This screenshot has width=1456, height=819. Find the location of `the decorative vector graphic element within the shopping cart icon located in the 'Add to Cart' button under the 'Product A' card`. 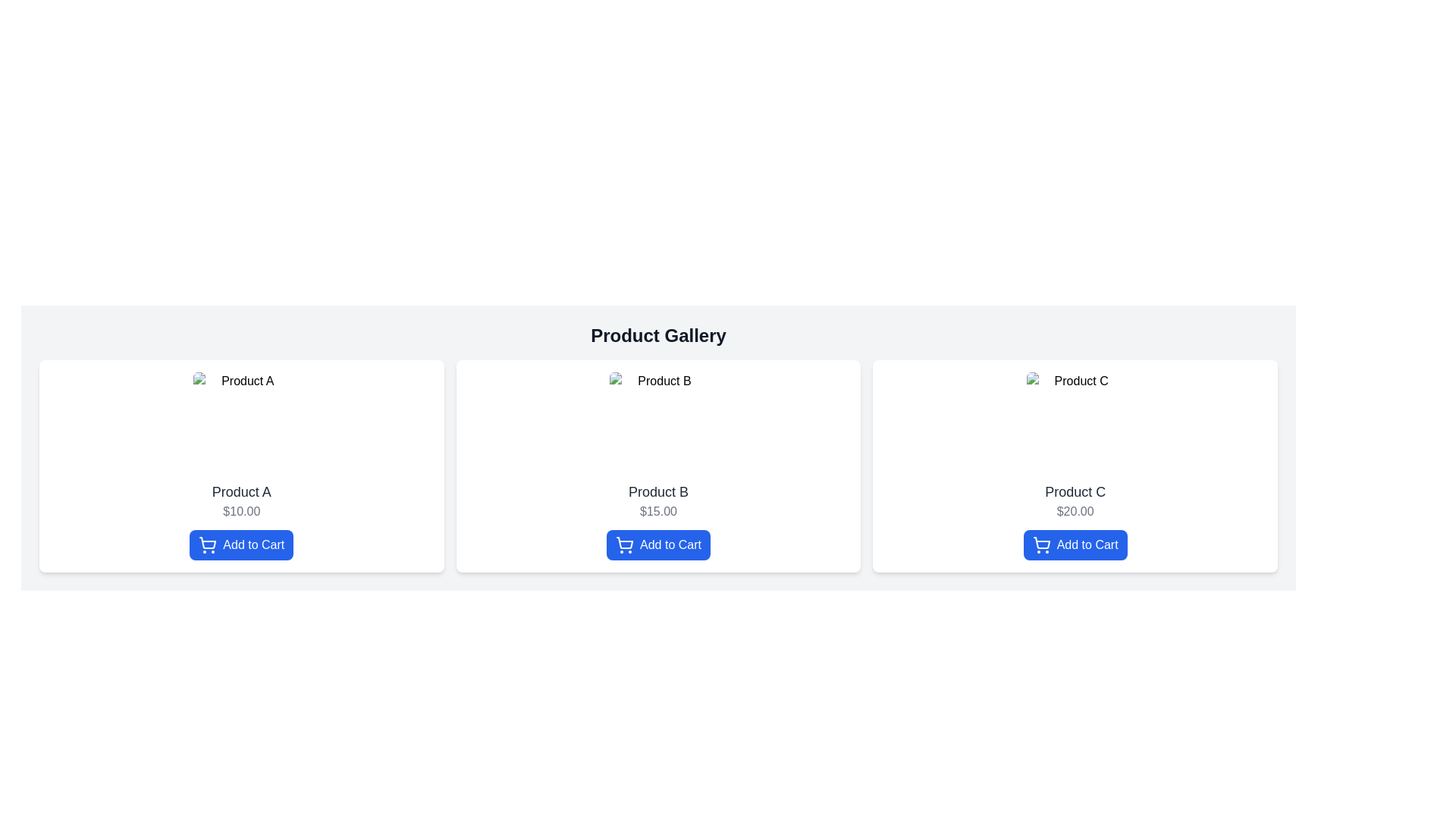

the decorative vector graphic element within the shopping cart icon located in the 'Add to Cart' button under the 'Product A' card is located at coordinates (207, 542).